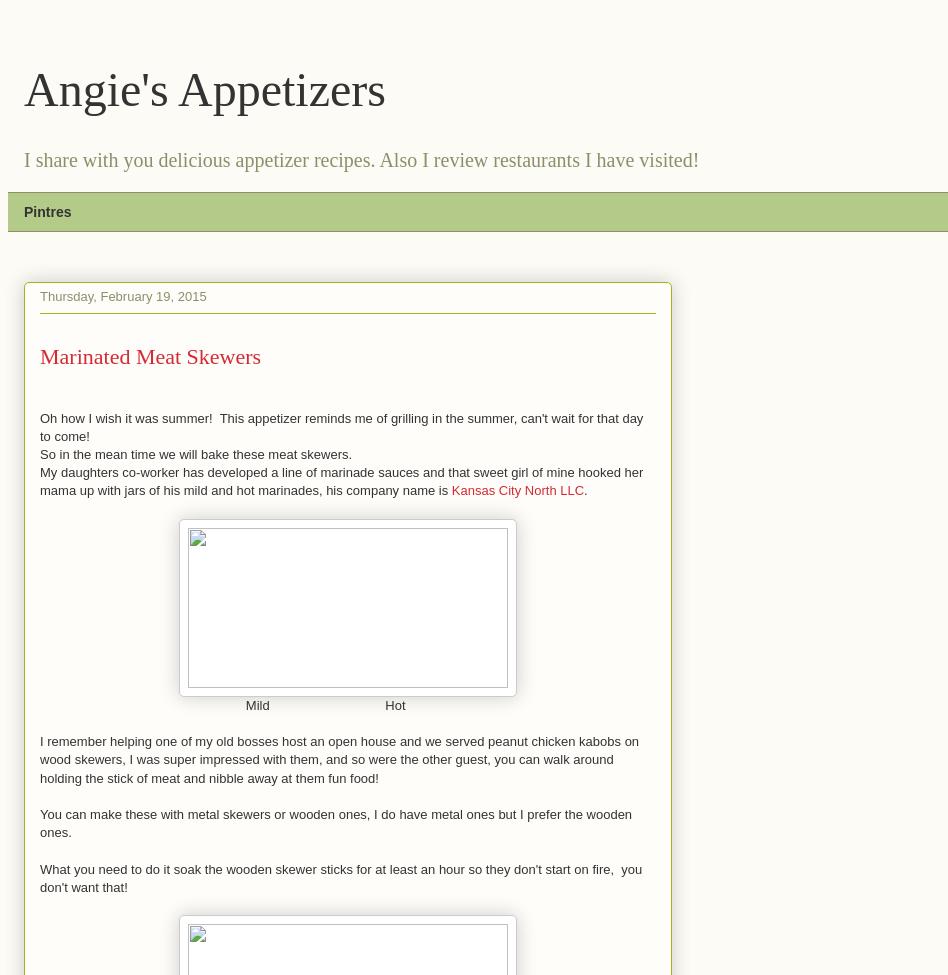 Image resolution: width=948 pixels, height=975 pixels. Describe the element at coordinates (341, 481) in the screenshot. I see `'My daughters co-worker has developed a line of marinade sauces and that sweet girl of mine hooked her mama up with jars of his mild and hot marinades, his company name is'` at that location.